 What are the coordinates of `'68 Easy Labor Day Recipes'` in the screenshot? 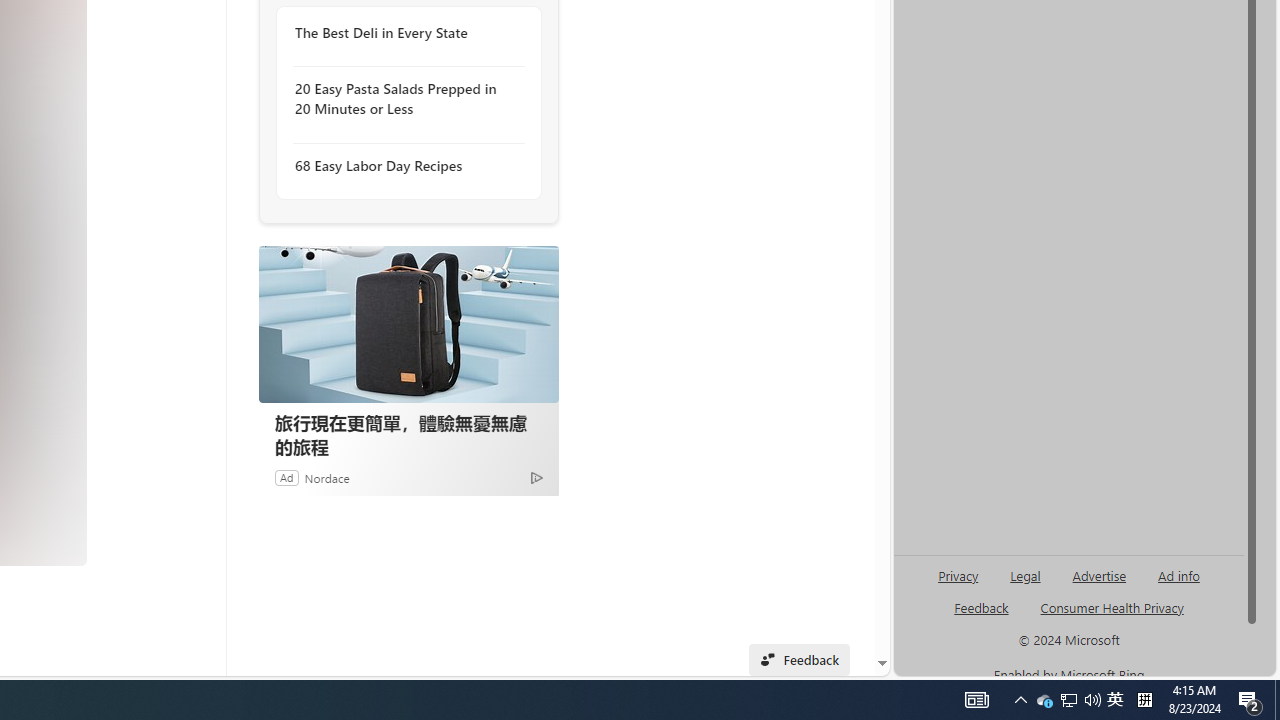 It's located at (402, 164).